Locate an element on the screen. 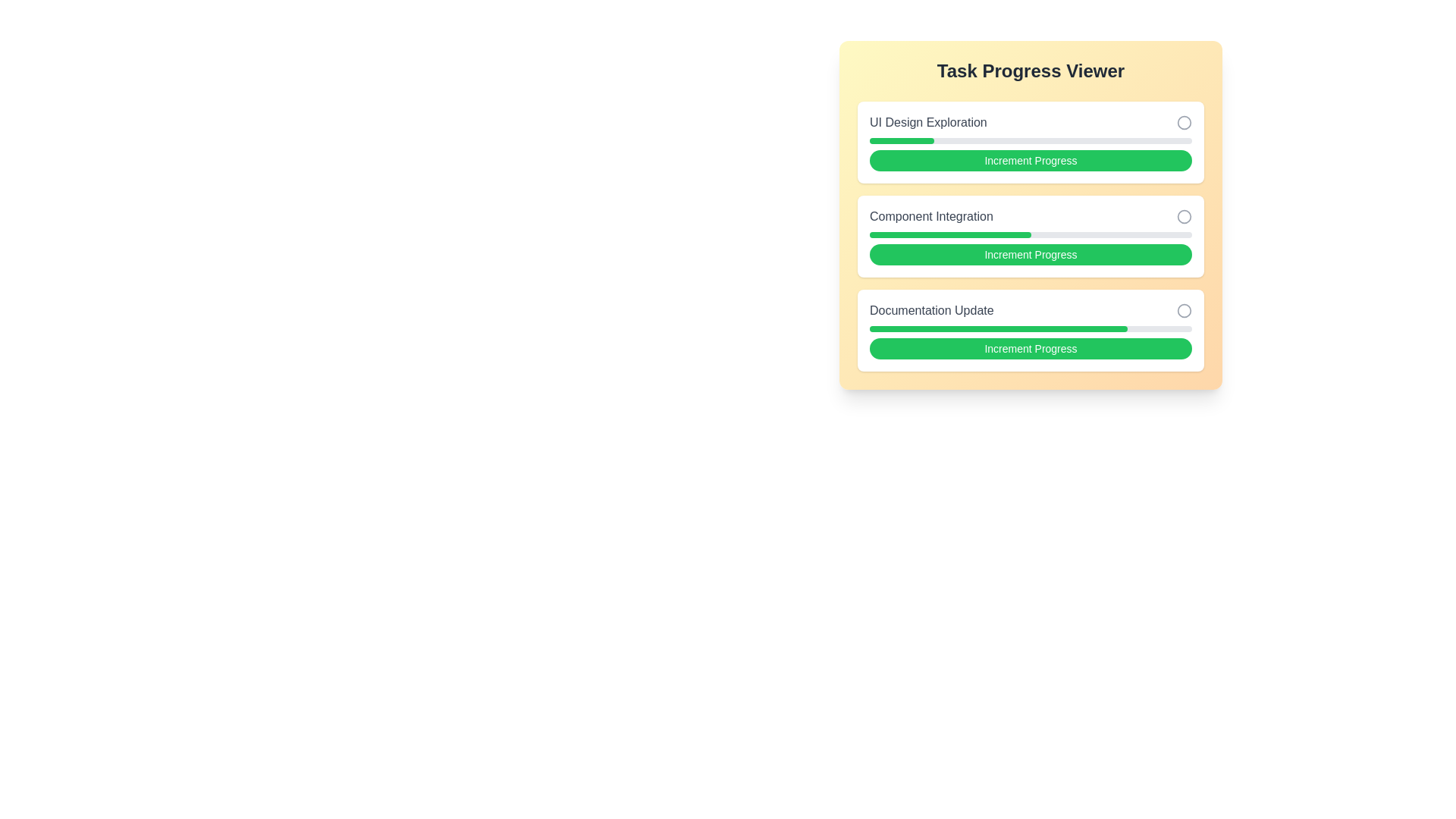  the circular status indicator located next to the 'UI Design Exploration' task, which has a light gray border and no fill, positioned as the rightmost marker in that section is located at coordinates (1183, 122).